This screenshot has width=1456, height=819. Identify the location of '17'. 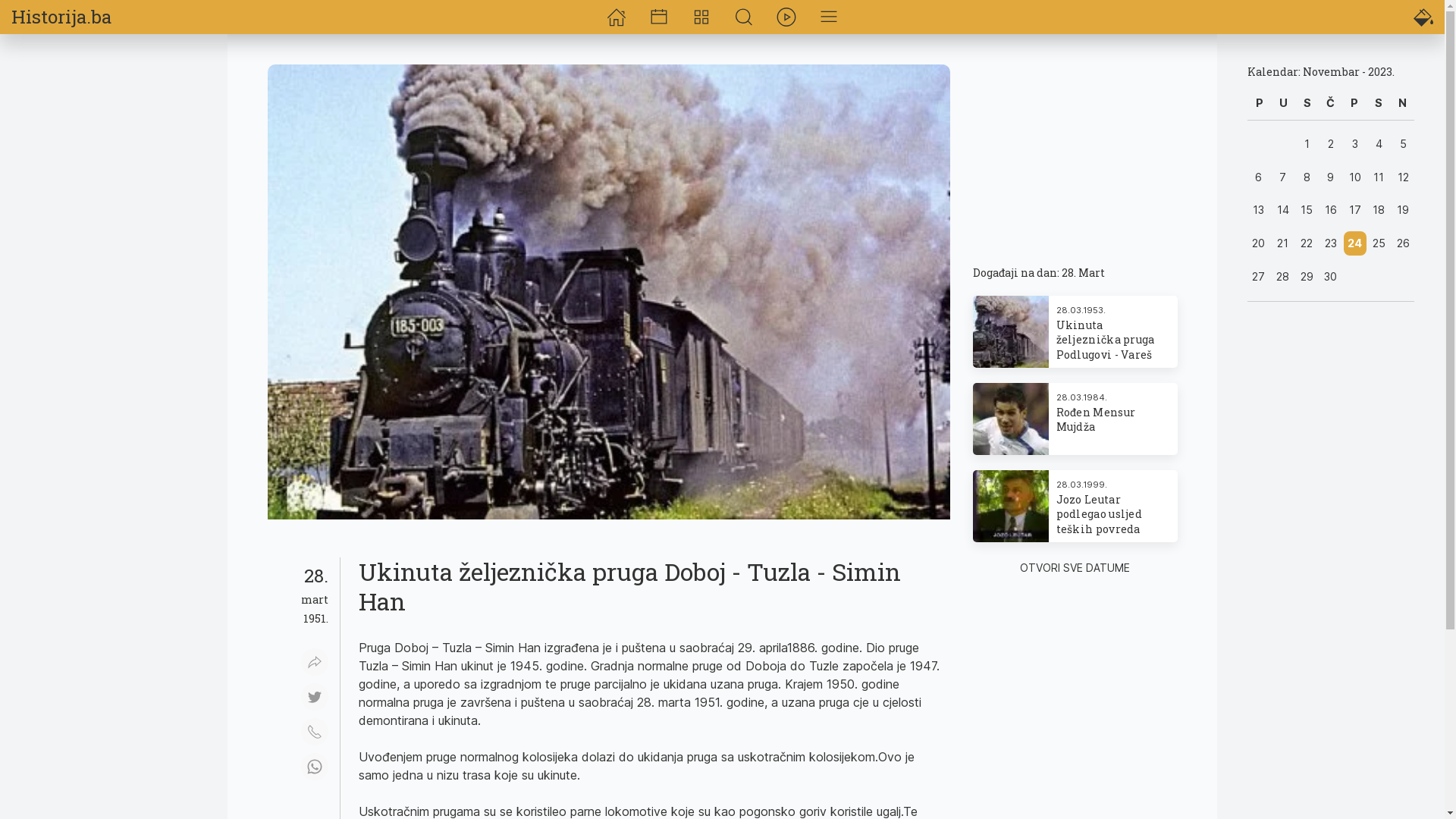
(1354, 210).